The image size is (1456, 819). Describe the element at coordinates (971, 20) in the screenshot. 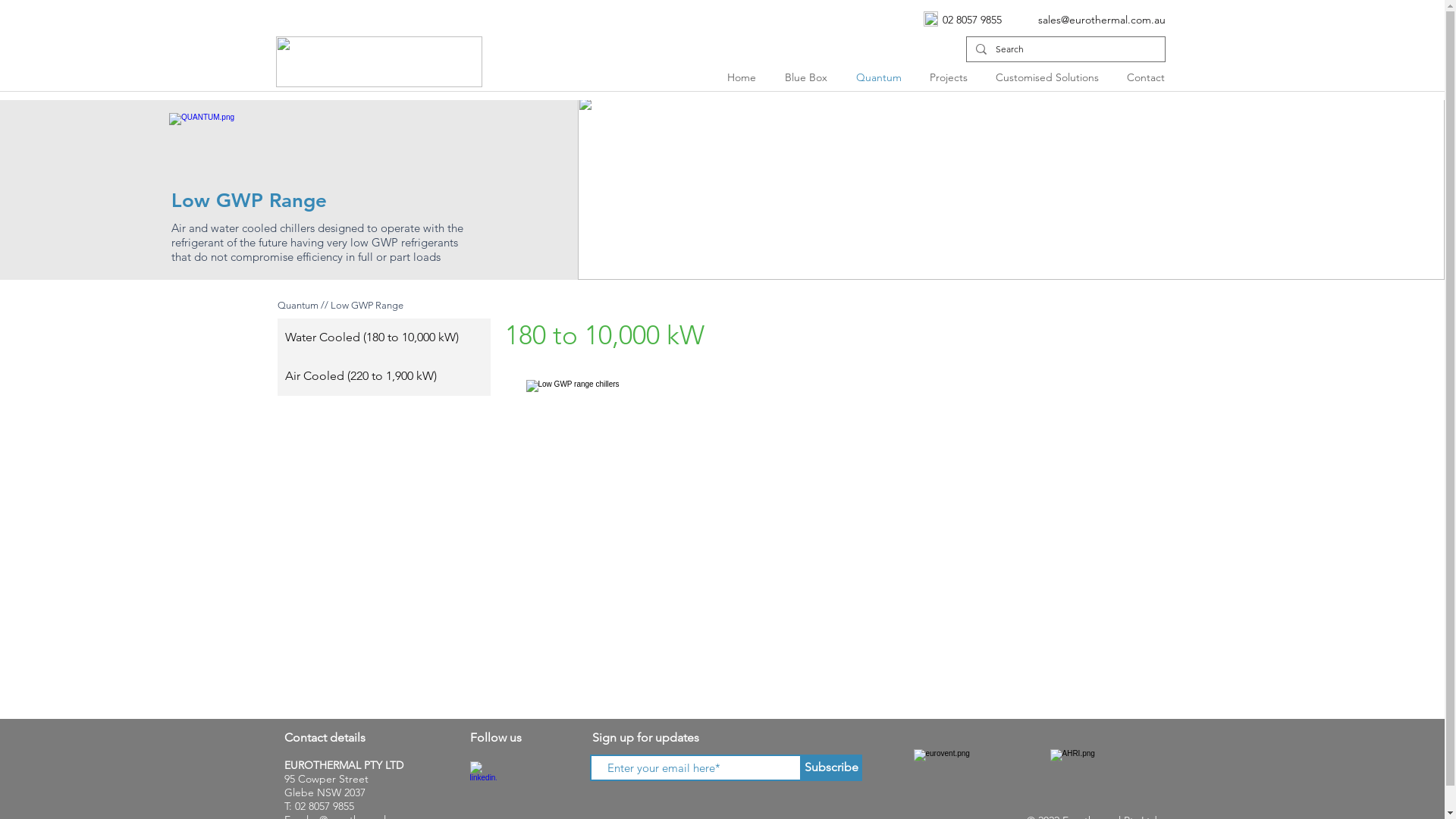

I see `'02 8057 9855'` at that location.